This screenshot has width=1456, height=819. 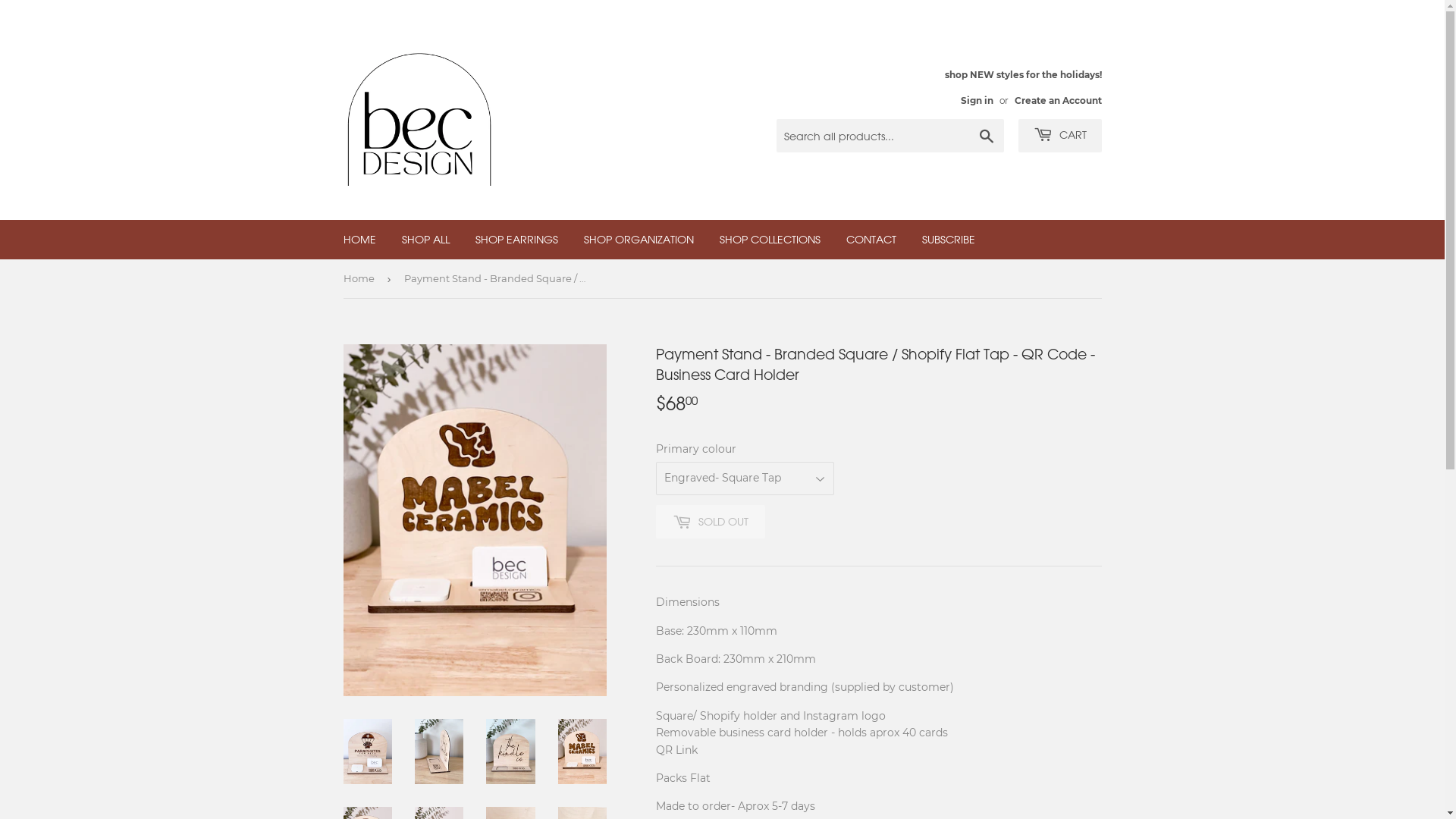 I want to click on 'SOLD OUT', so click(x=709, y=520).